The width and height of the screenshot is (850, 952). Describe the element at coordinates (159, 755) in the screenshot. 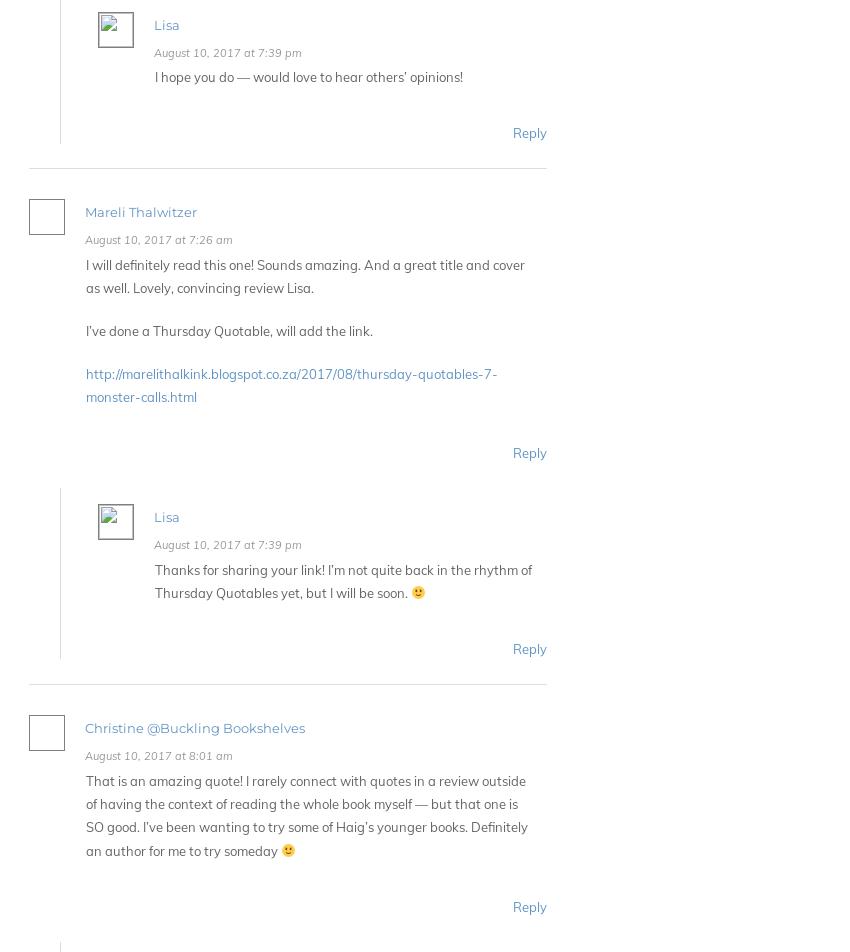

I see `'August 10, 2017 at 8:01 am'` at that location.